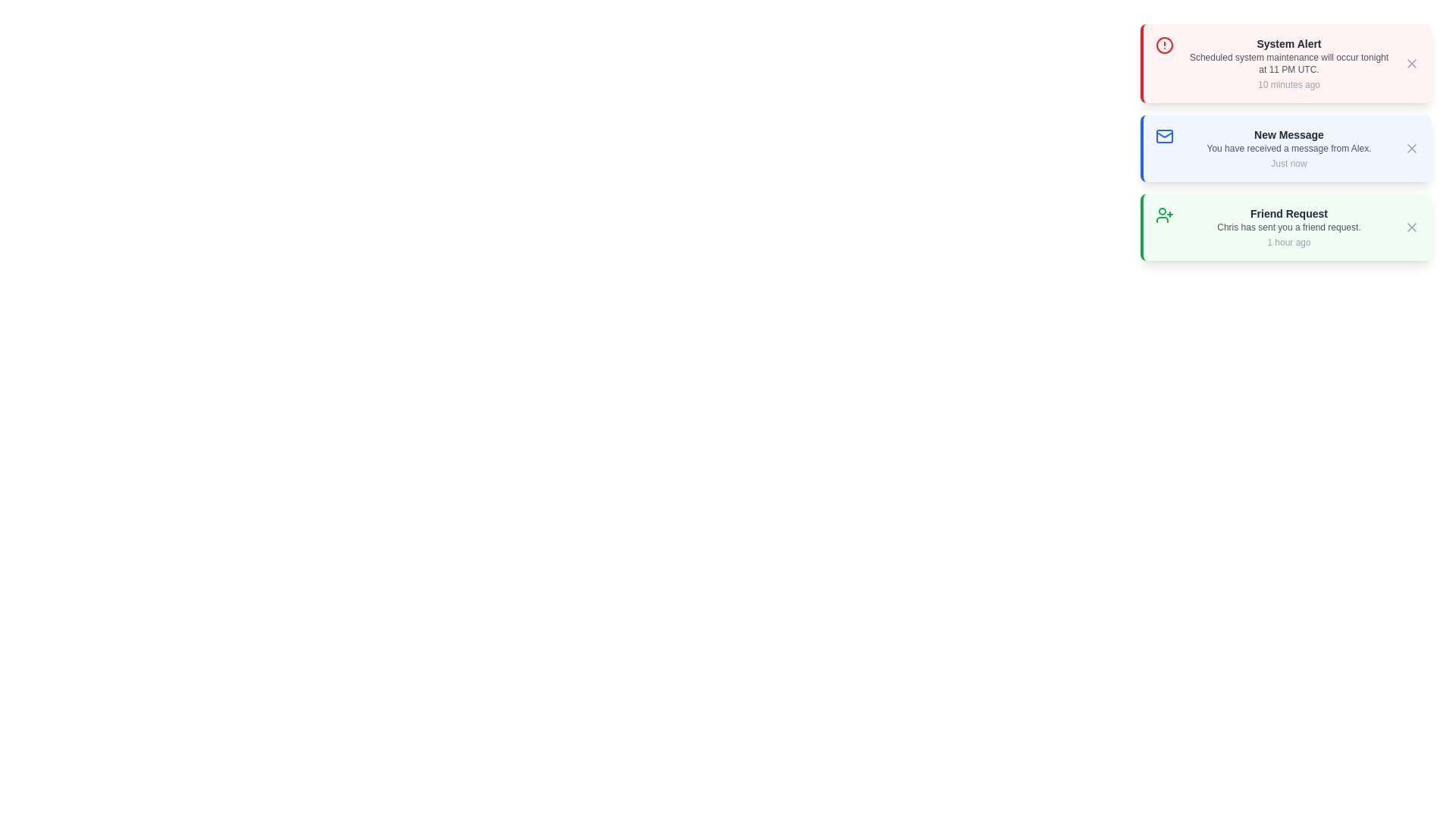 This screenshot has width=1456, height=819. What do you see at coordinates (1288, 42) in the screenshot?
I see `the text element that displays 'System Alert', which is styled in bold and located at the beginning of a notice box with a light red background` at bounding box center [1288, 42].